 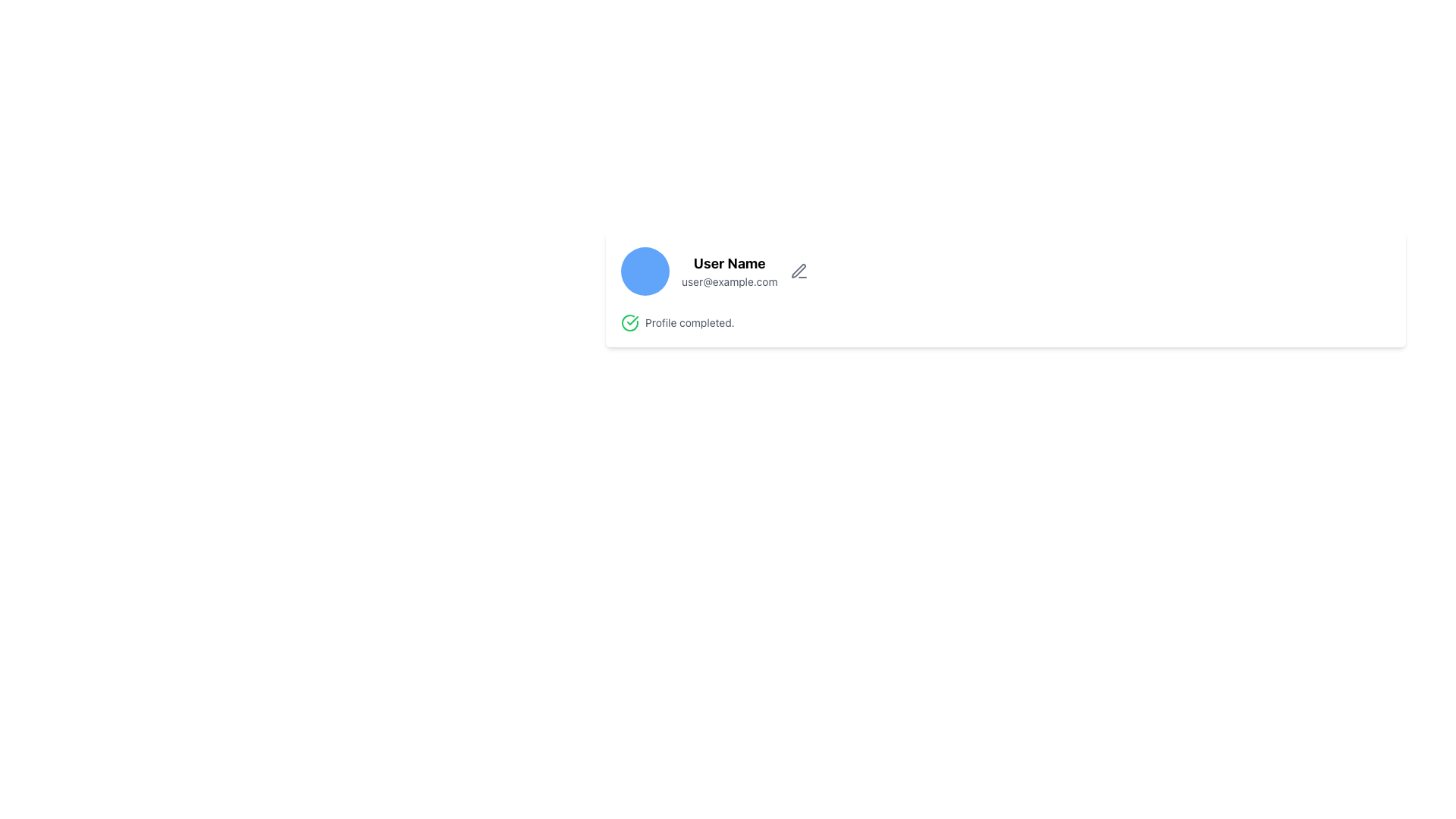 I want to click on the text label that reads 'Profile completed.' which is styled in gray and positioned to the right of a green checkmark icon in the lower-left area of the user profile information card, so click(x=689, y=322).